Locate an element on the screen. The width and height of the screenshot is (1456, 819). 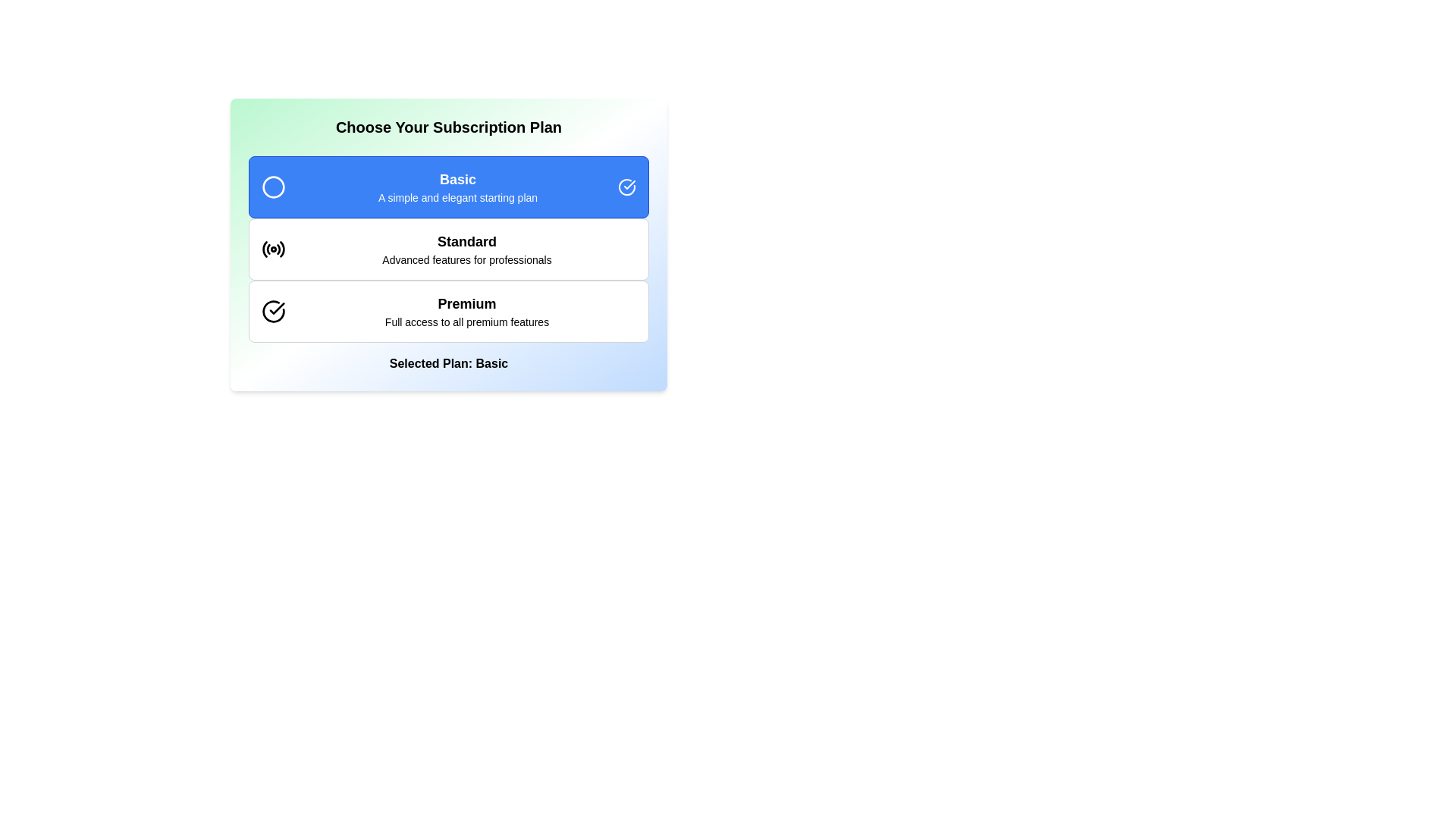
the circular icon with a thin border and empty interior, located at the left side of the 'Basic' subscription option panel is located at coordinates (273, 186).